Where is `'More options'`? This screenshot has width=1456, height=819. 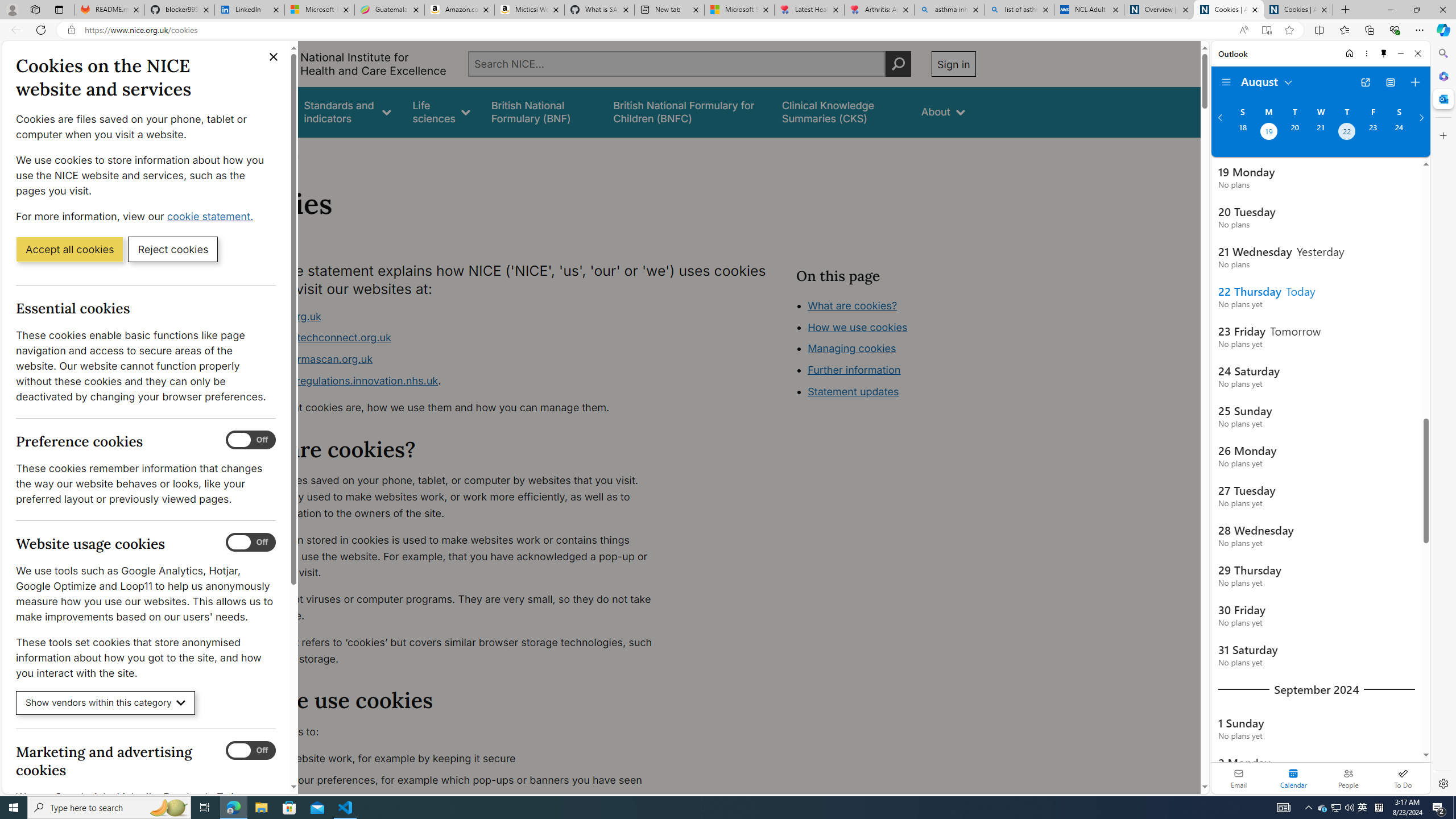 'More options' is located at coordinates (1366, 53).